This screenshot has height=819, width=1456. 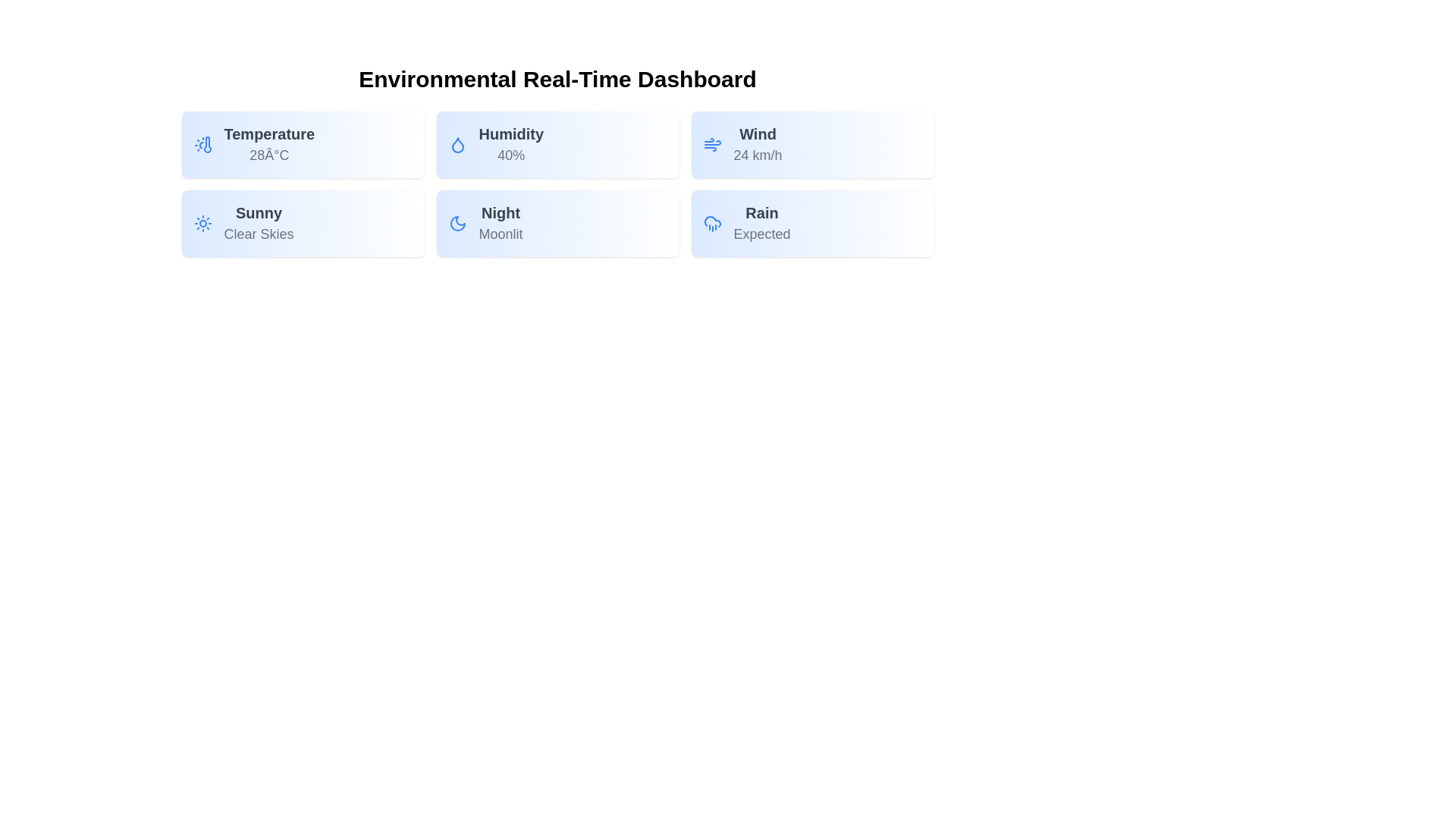 What do you see at coordinates (269, 133) in the screenshot?
I see `the 'Temperature' label which is styled in bold, large, gray text located at the top left of the first card in the weather information grid layout` at bounding box center [269, 133].